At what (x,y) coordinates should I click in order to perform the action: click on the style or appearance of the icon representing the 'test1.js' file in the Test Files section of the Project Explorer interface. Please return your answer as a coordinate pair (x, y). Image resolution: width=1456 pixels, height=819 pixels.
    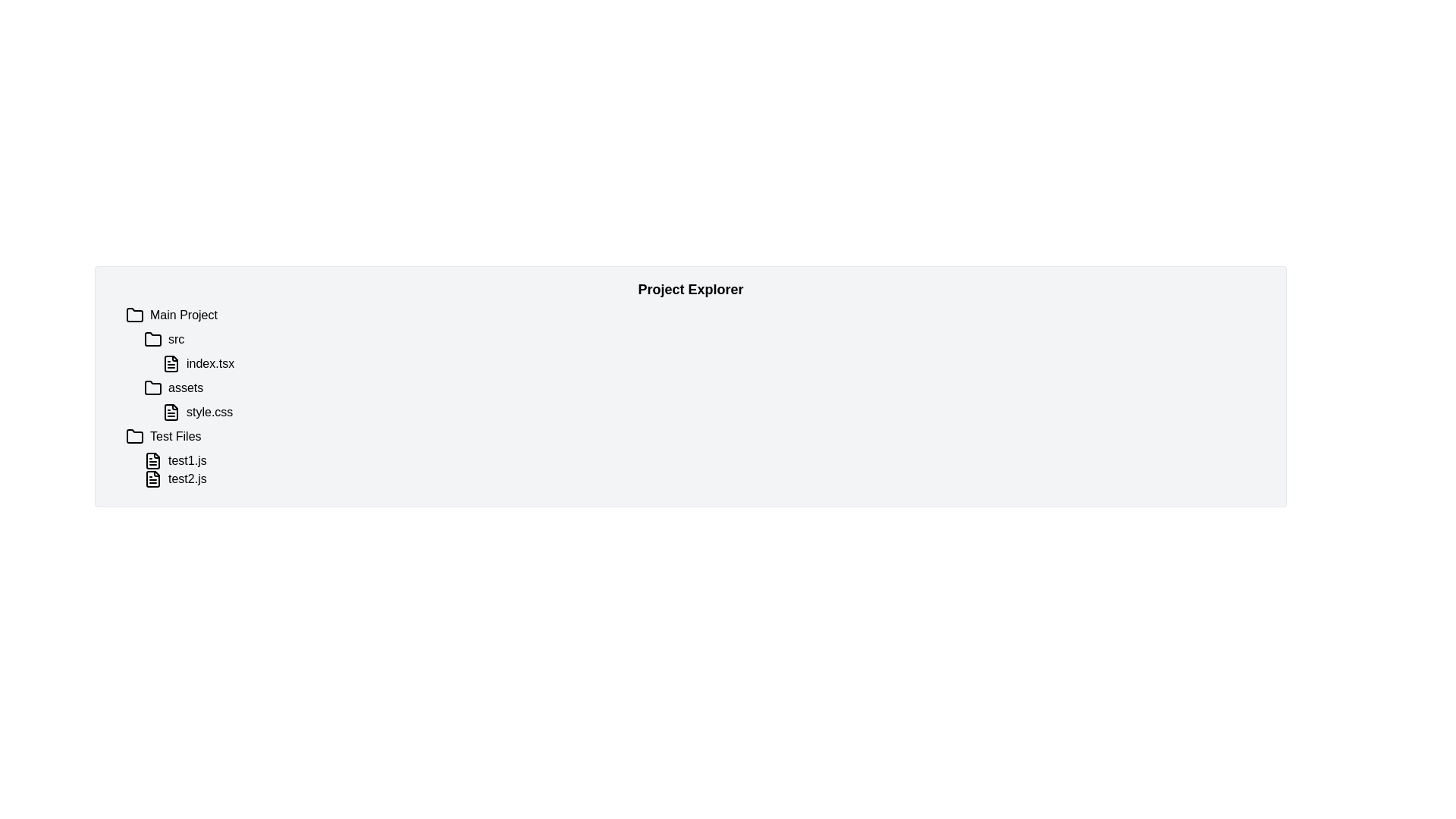
    Looking at the image, I should click on (152, 460).